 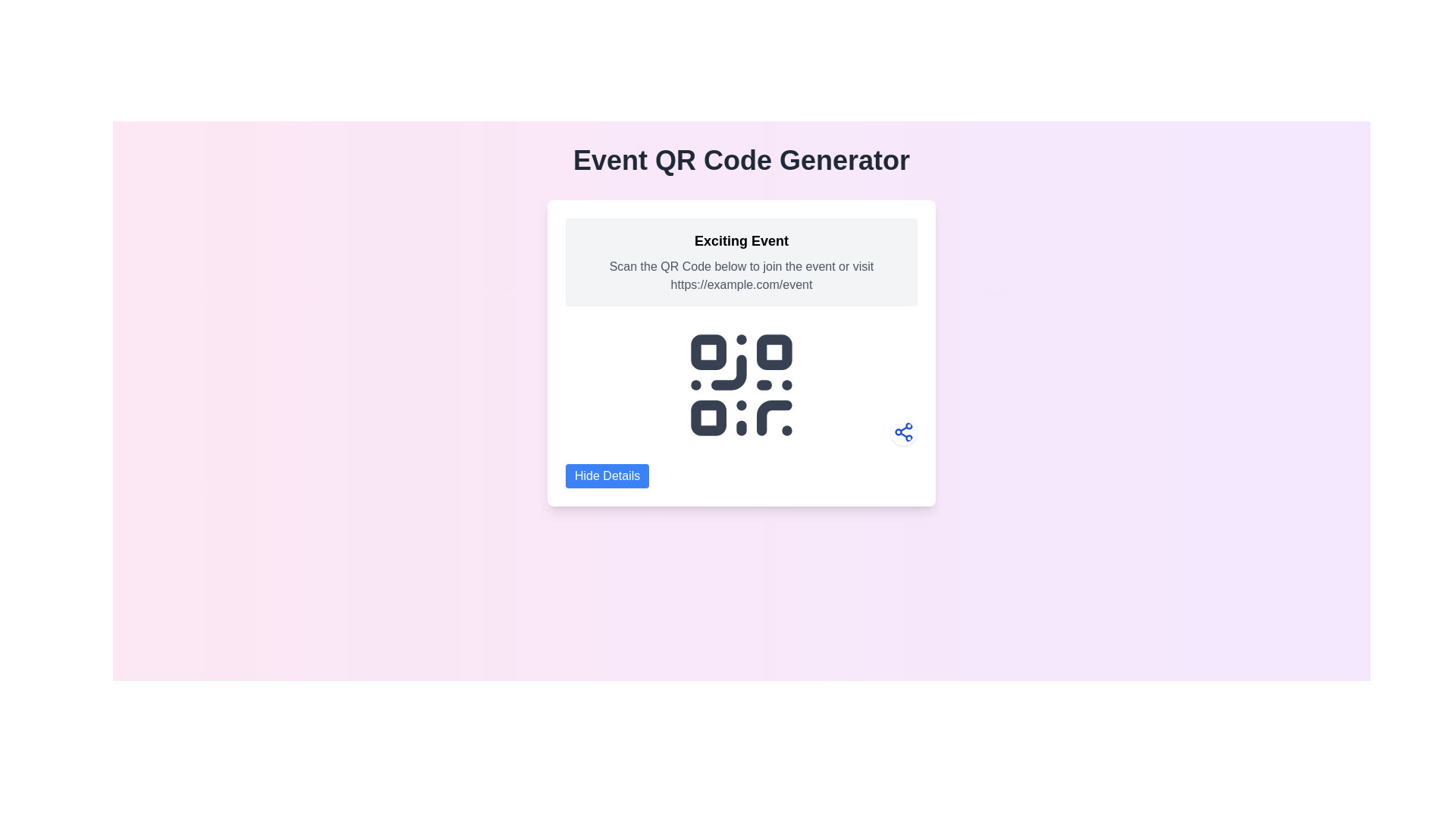 I want to click on the static text block that provides instructions and a URL for event information, located below the heading 'Exciting Event' and above a QR code image, so click(x=742, y=275).